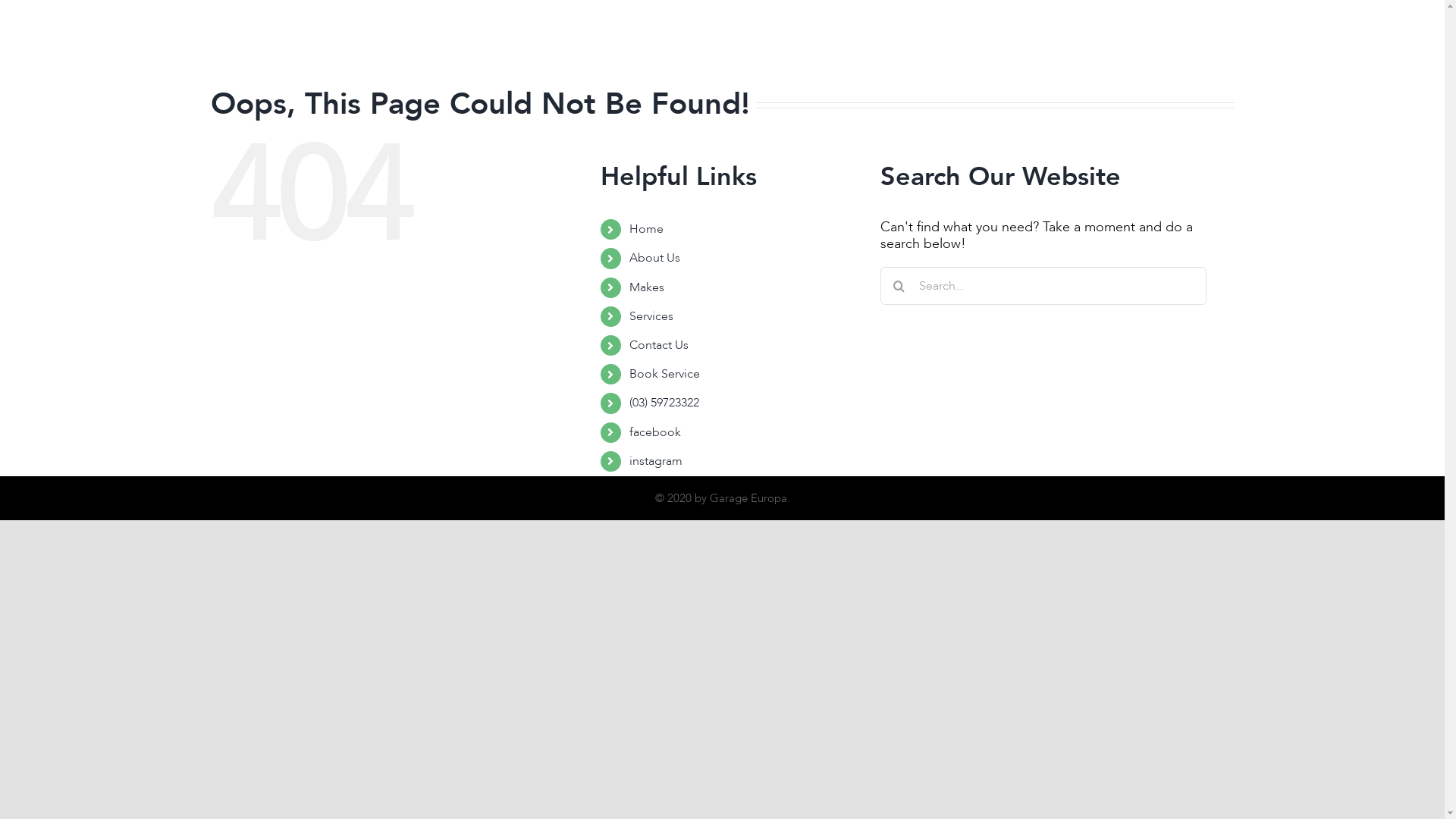 This screenshot has width=1456, height=819. Describe the element at coordinates (645, 38) in the screenshot. I see `'About Us'` at that location.